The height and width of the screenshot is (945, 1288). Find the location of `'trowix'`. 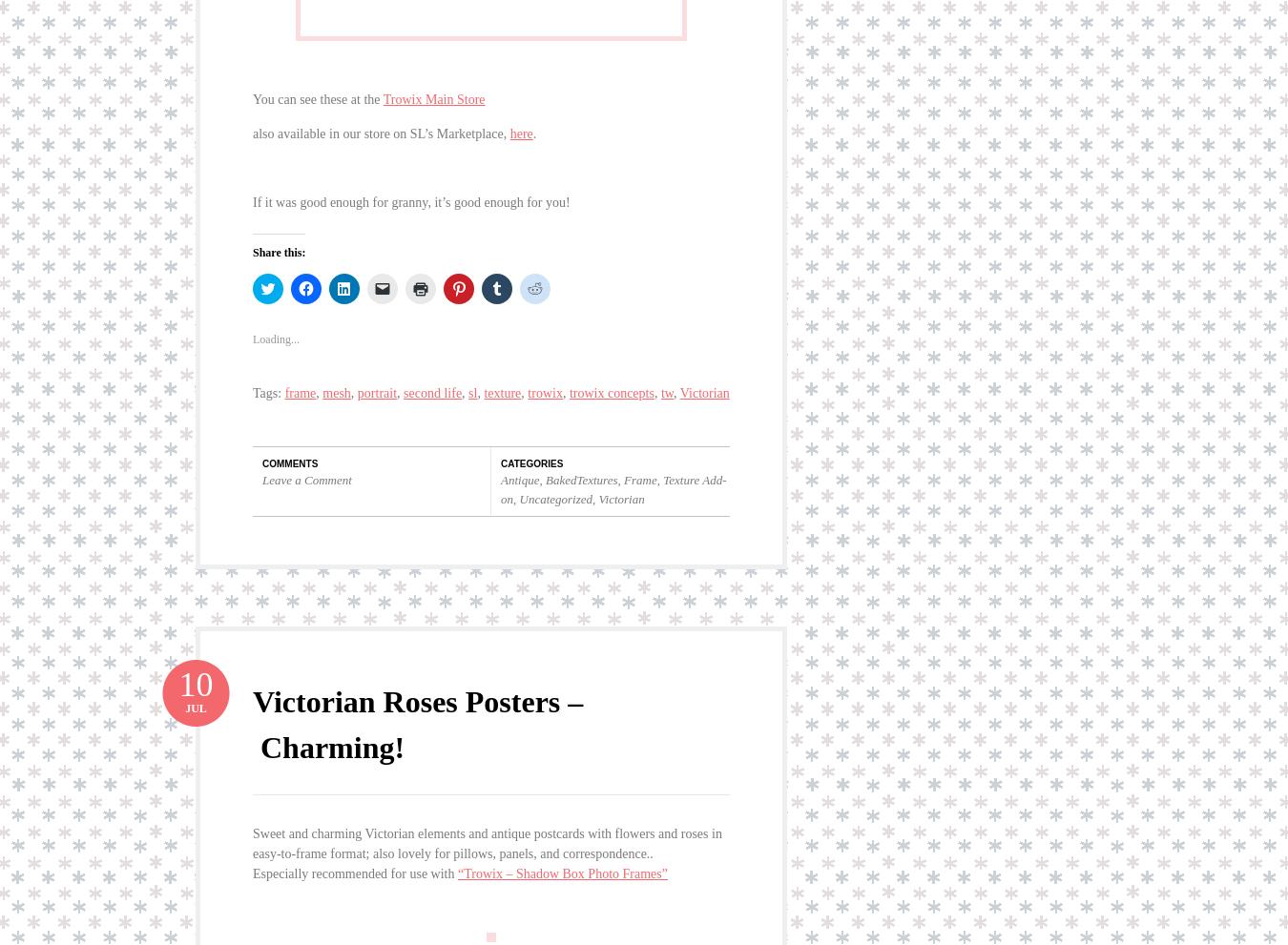

'trowix' is located at coordinates (545, 378).